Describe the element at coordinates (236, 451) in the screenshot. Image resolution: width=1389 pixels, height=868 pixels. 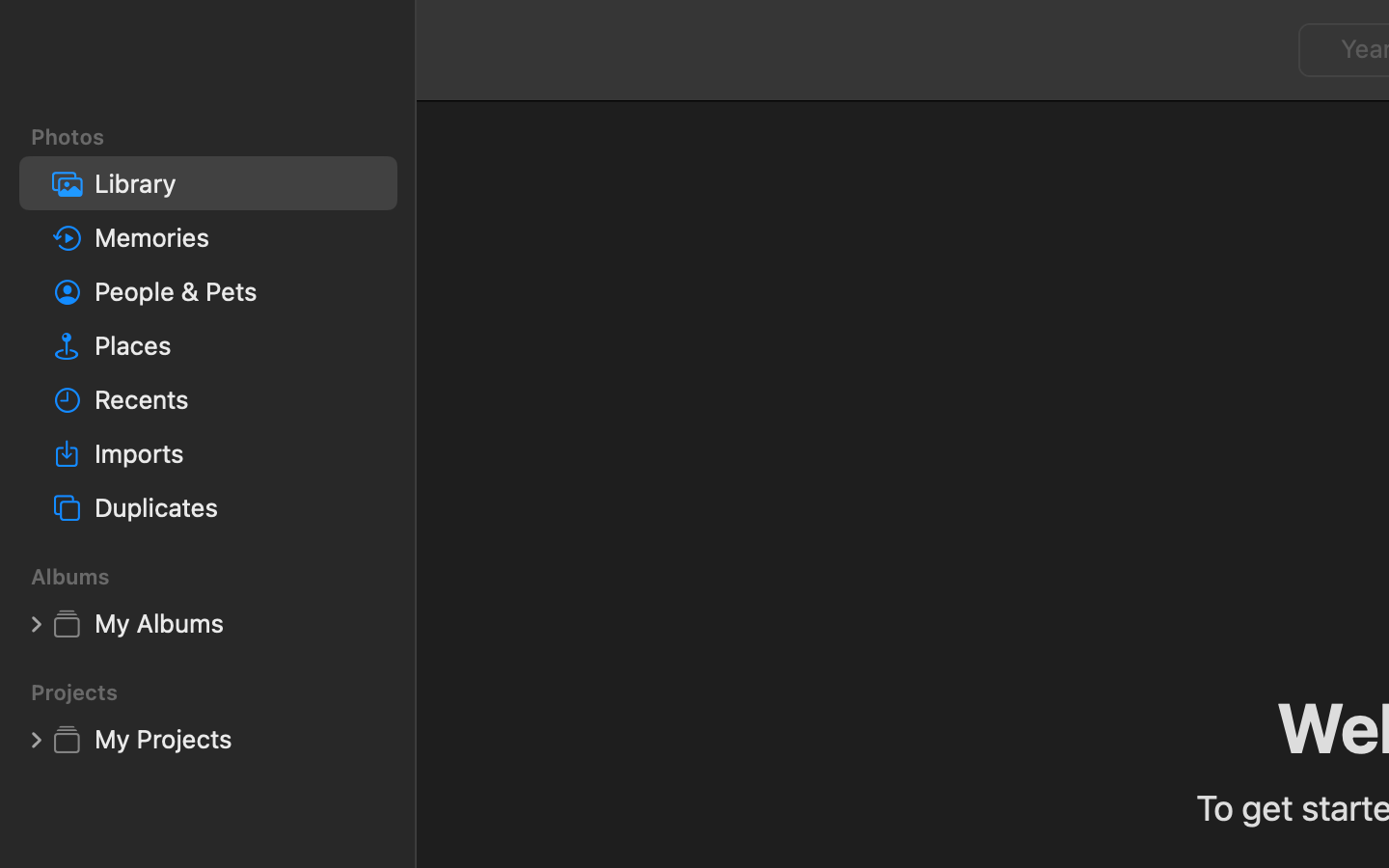
I see `'Imports'` at that location.